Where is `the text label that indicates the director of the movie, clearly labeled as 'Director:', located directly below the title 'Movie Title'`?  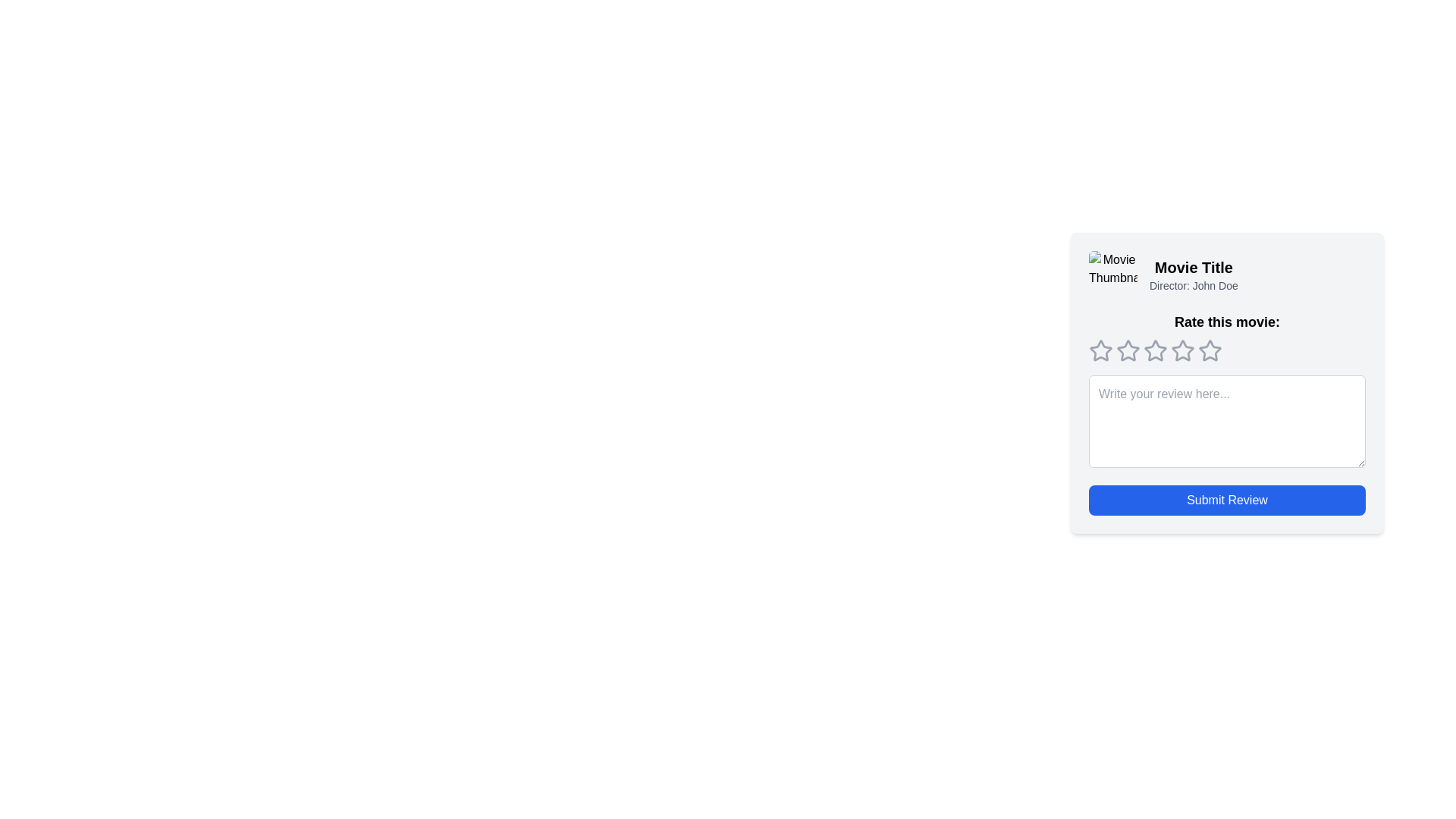 the text label that indicates the director of the movie, clearly labeled as 'Director:', located directly below the title 'Movie Title' is located at coordinates (1193, 286).